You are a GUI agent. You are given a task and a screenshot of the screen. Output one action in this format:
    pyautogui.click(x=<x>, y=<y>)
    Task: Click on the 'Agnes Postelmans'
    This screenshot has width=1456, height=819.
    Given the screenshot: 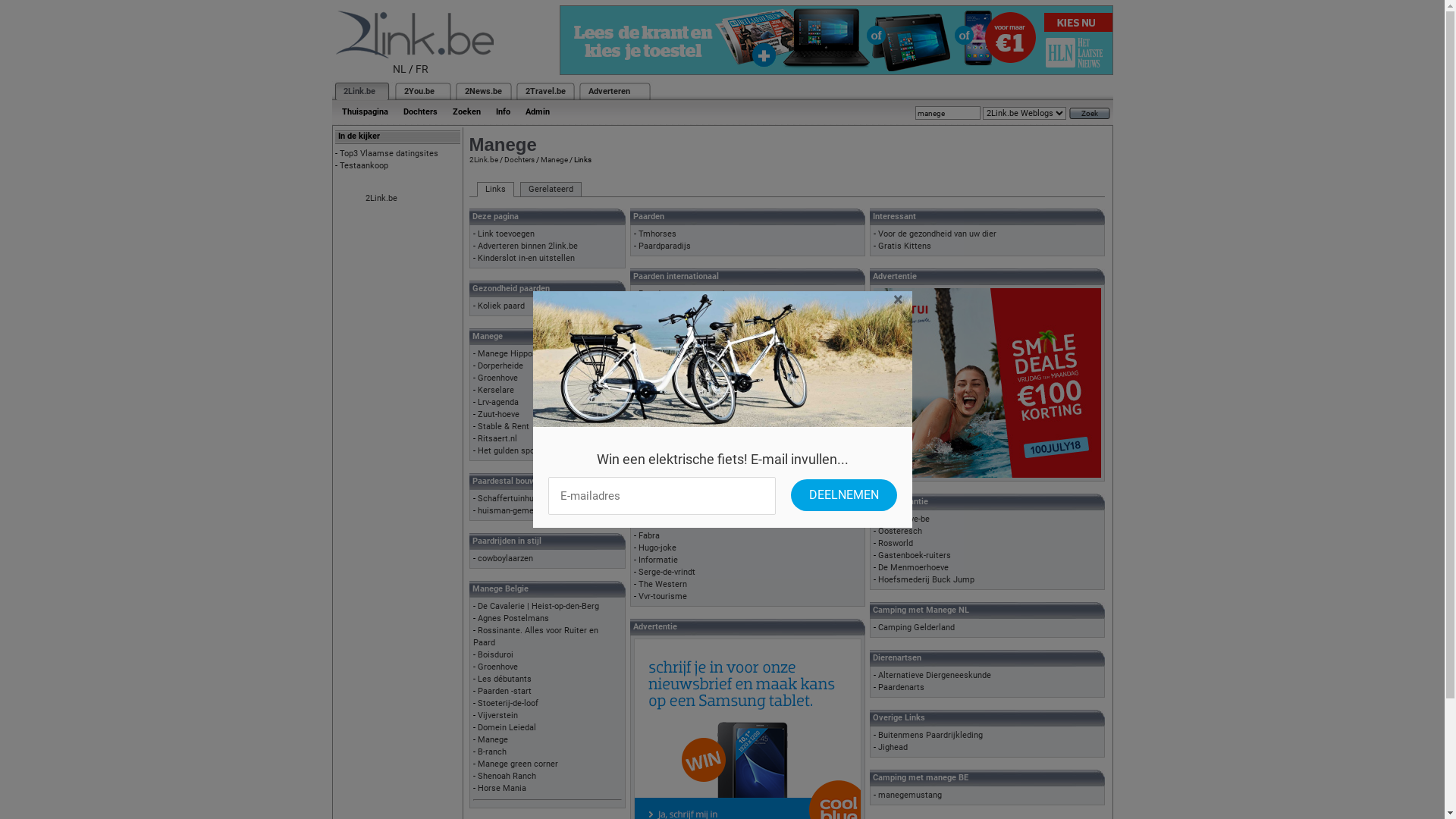 What is the action you would take?
    pyautogui.click(x=513, y=618)
    